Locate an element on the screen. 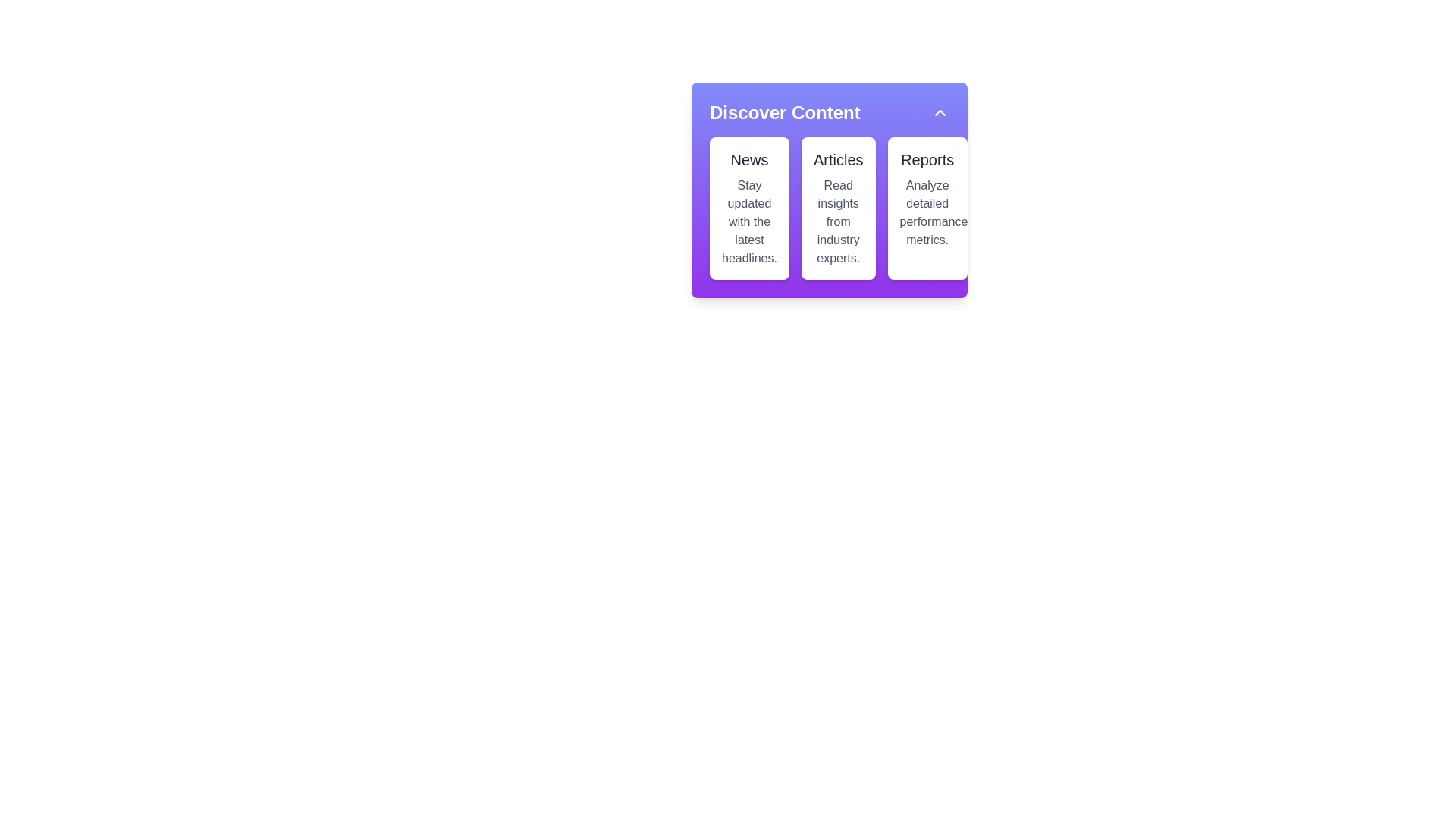 This screenshot has width=1456, height=819. text label displaying 'Reports' which is located in the last card of a horizontal sequence below the 'Discover Content' section is located at coordinates (927, 160).